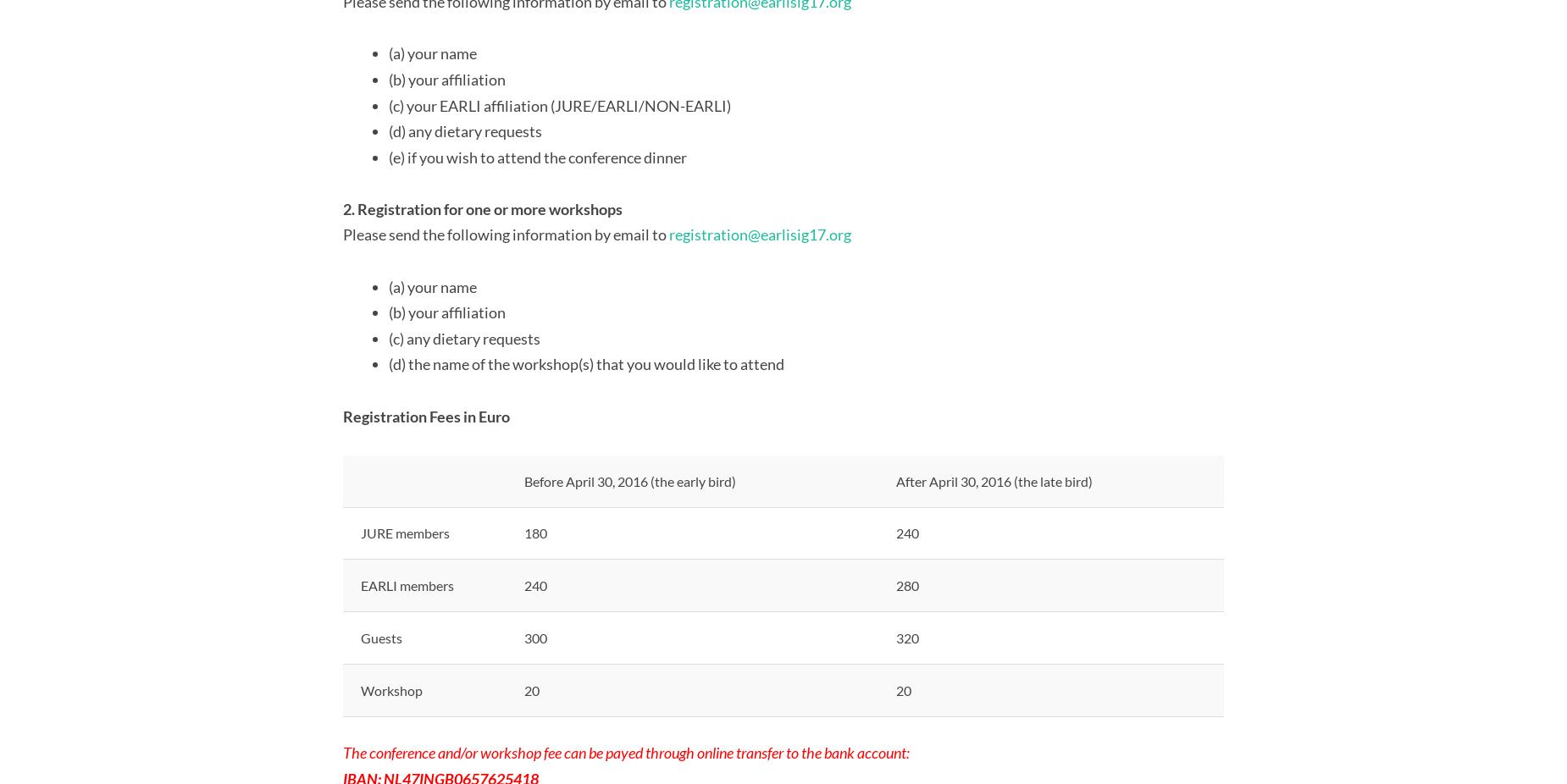  Describe the element at coordinates (535, 532) in the screenshot. I see `'180'` at that location.